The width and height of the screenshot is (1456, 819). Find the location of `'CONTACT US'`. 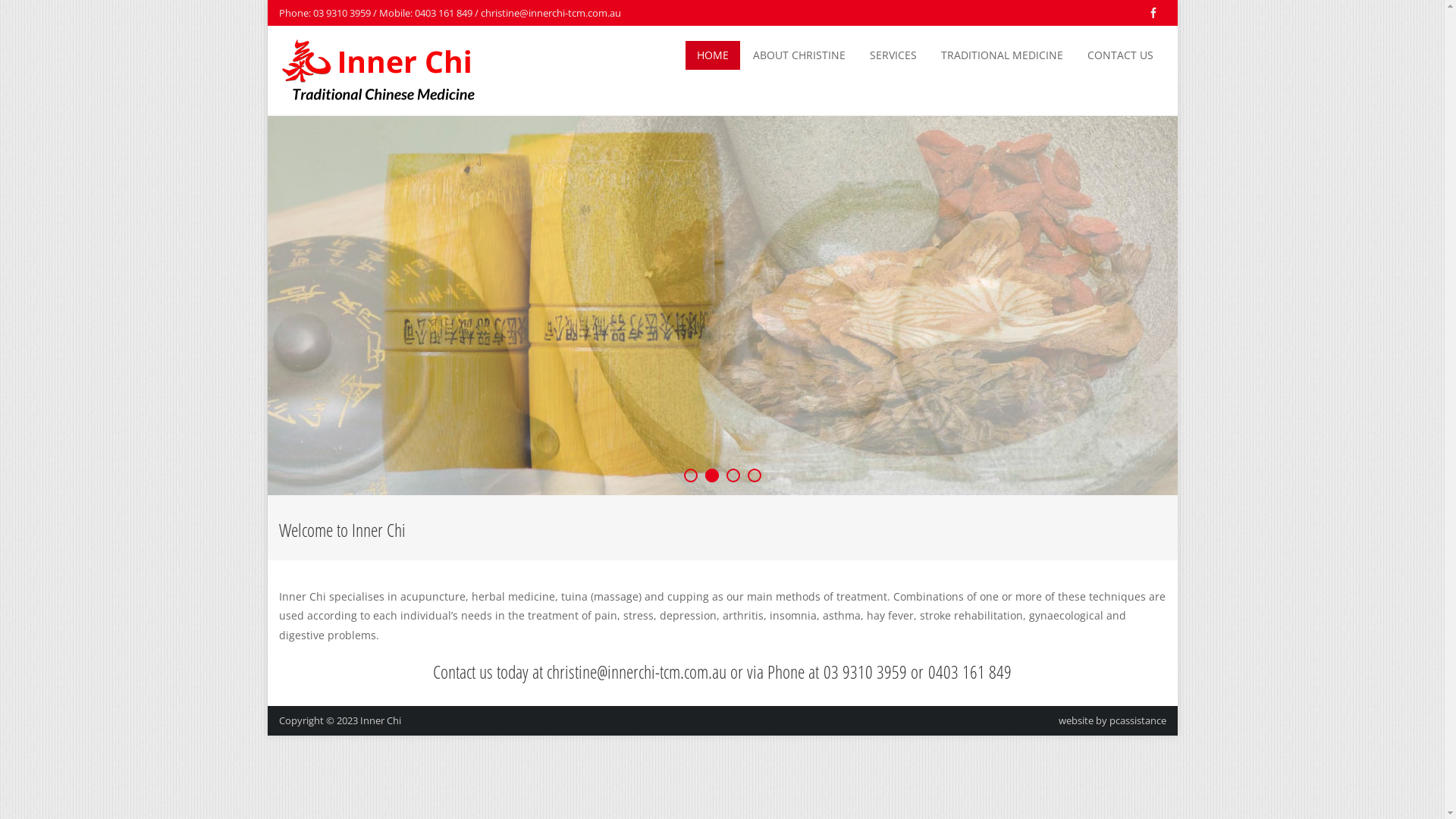

'CONTACT US' is located at coordinates (1119, 55).